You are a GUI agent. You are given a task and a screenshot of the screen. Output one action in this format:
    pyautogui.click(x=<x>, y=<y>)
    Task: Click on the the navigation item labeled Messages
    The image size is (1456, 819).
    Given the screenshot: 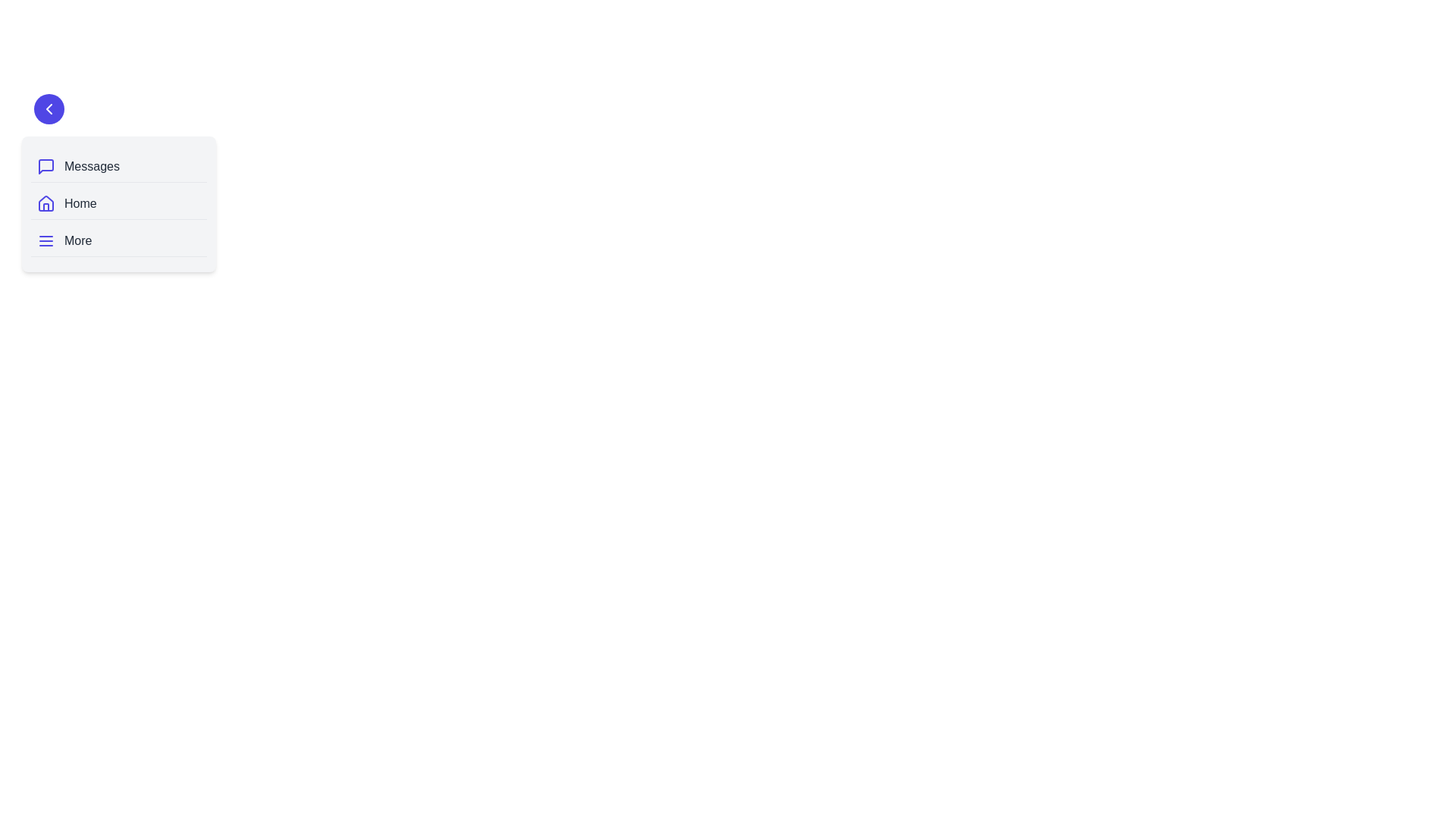 What is the action you would take?
    pyautogui.click(x=118, y=167)
    